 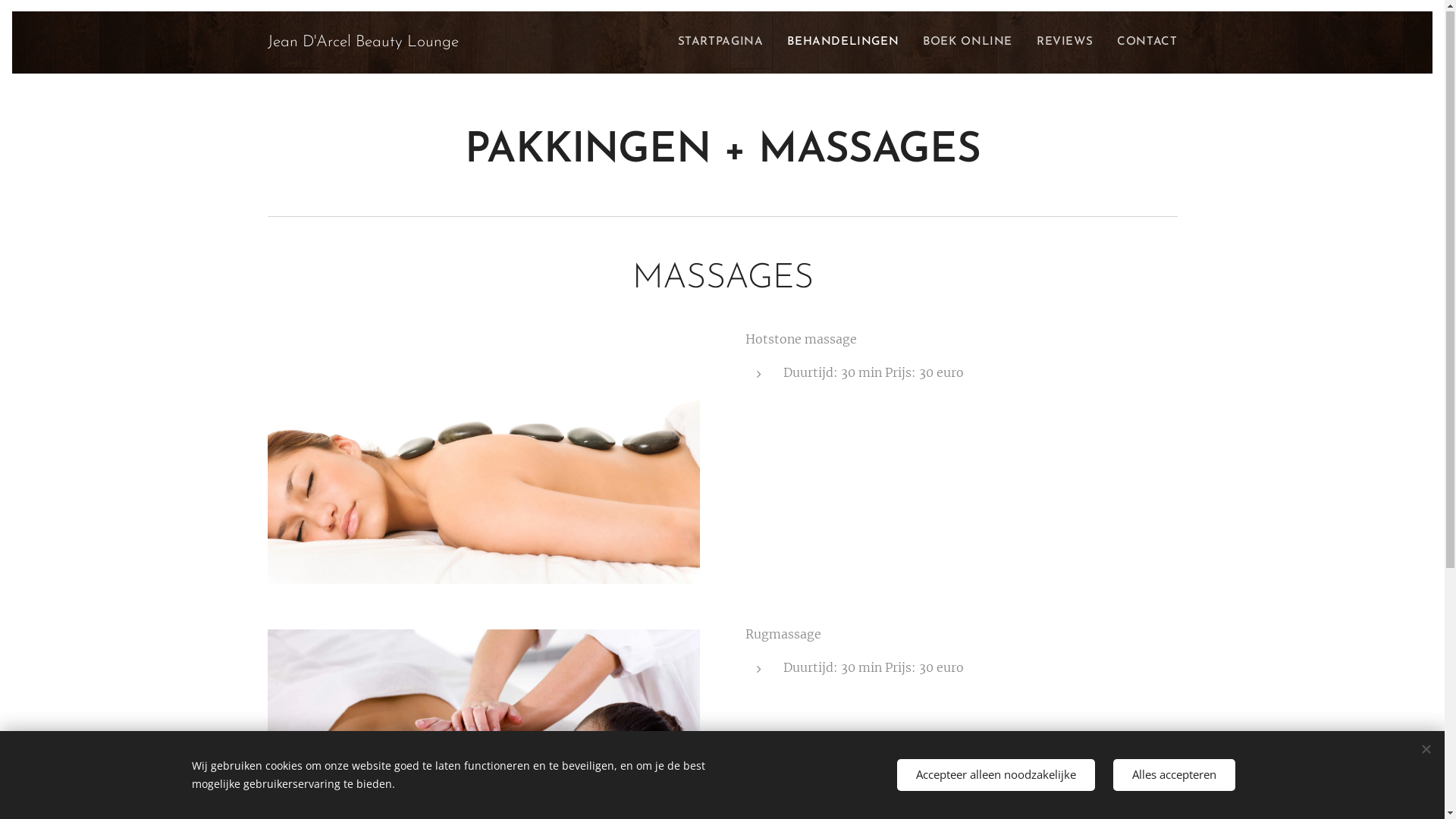 I want to click on 'CONTACT', so click(x=1141, y=42).